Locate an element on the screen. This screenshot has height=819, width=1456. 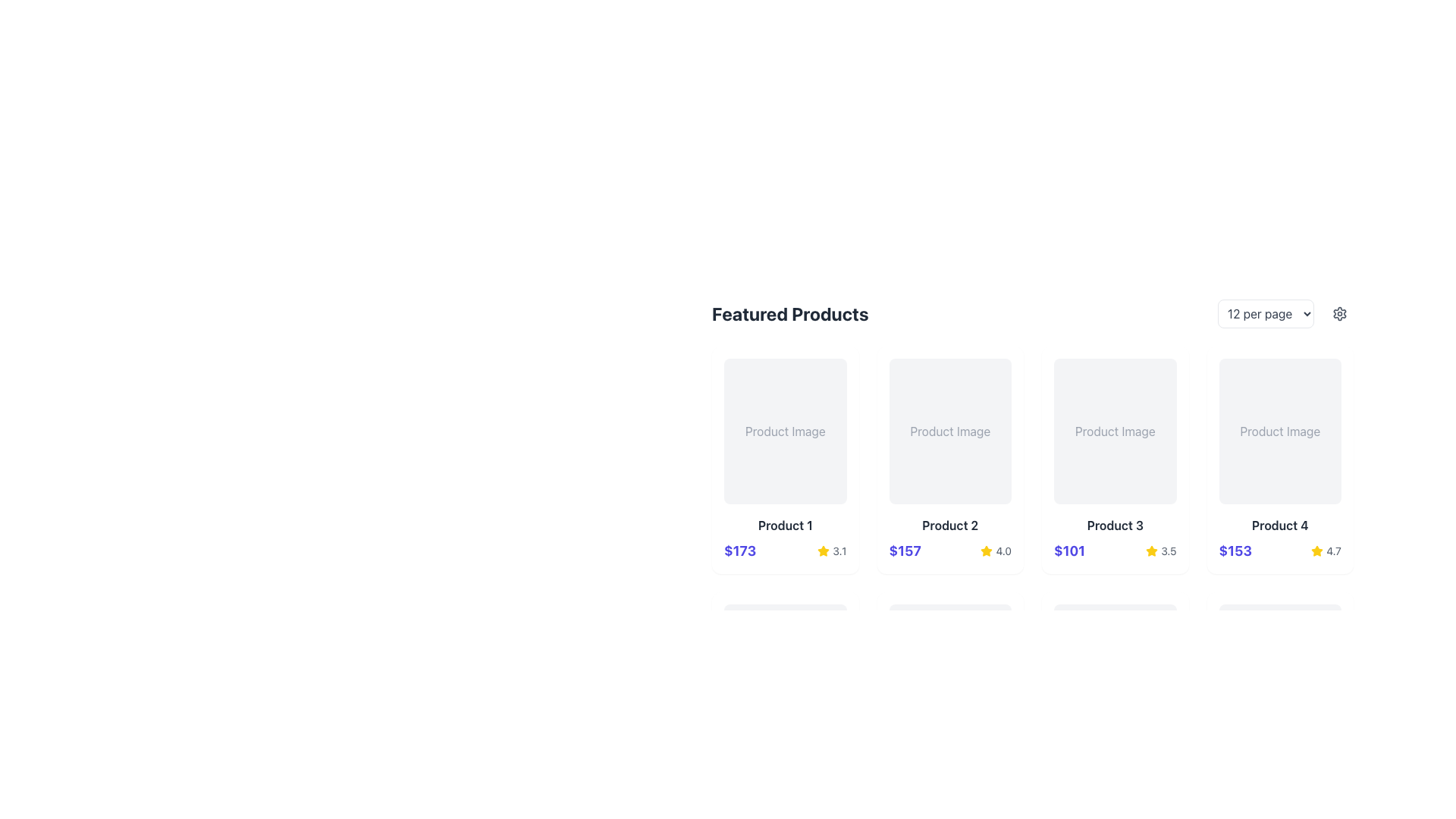
text content of the bold text label displaying 'Product 4', located in the bottom section of the fourth product card, directly below the image placeholder is located at coordinates (1279, 525).